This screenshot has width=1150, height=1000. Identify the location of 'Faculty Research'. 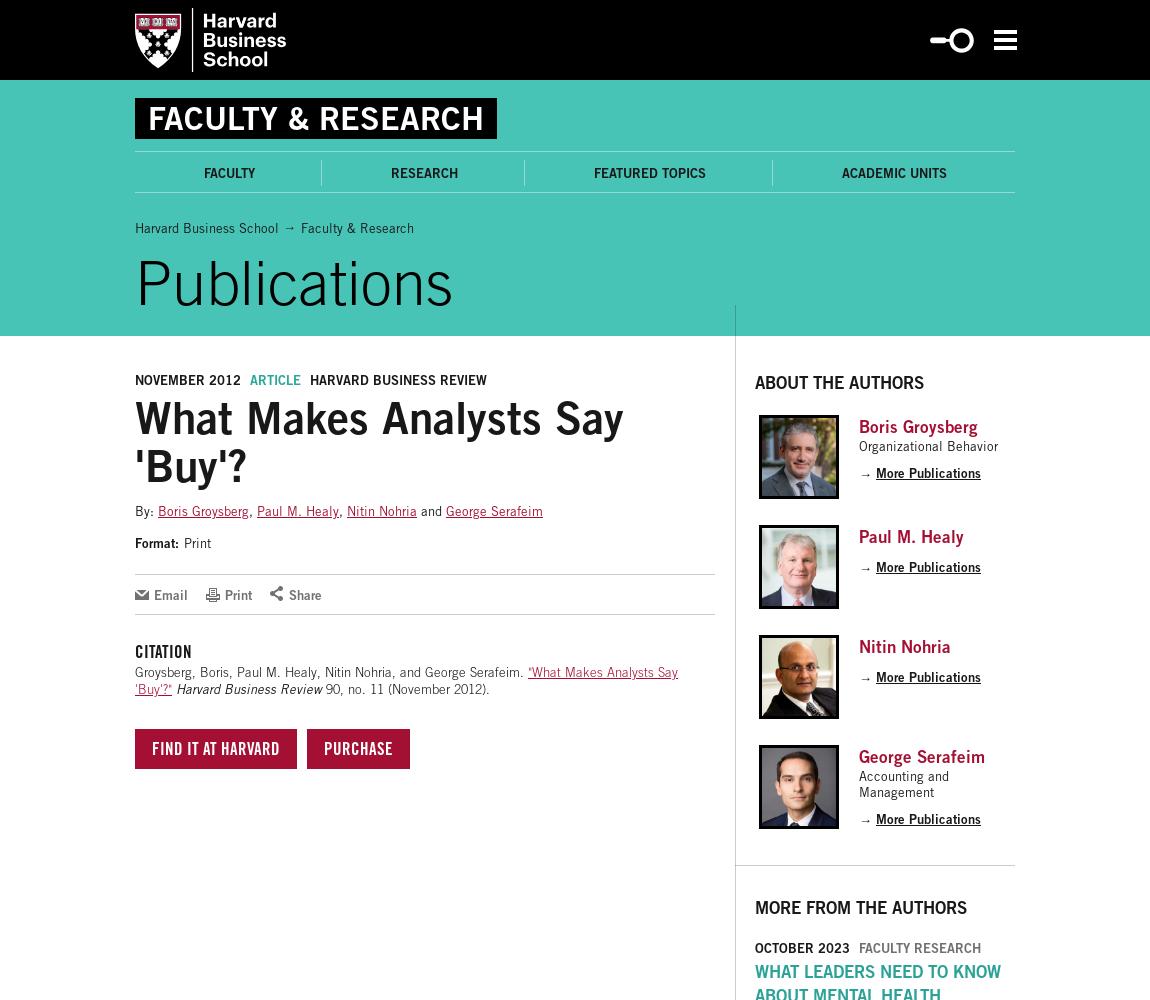
(920, 947).